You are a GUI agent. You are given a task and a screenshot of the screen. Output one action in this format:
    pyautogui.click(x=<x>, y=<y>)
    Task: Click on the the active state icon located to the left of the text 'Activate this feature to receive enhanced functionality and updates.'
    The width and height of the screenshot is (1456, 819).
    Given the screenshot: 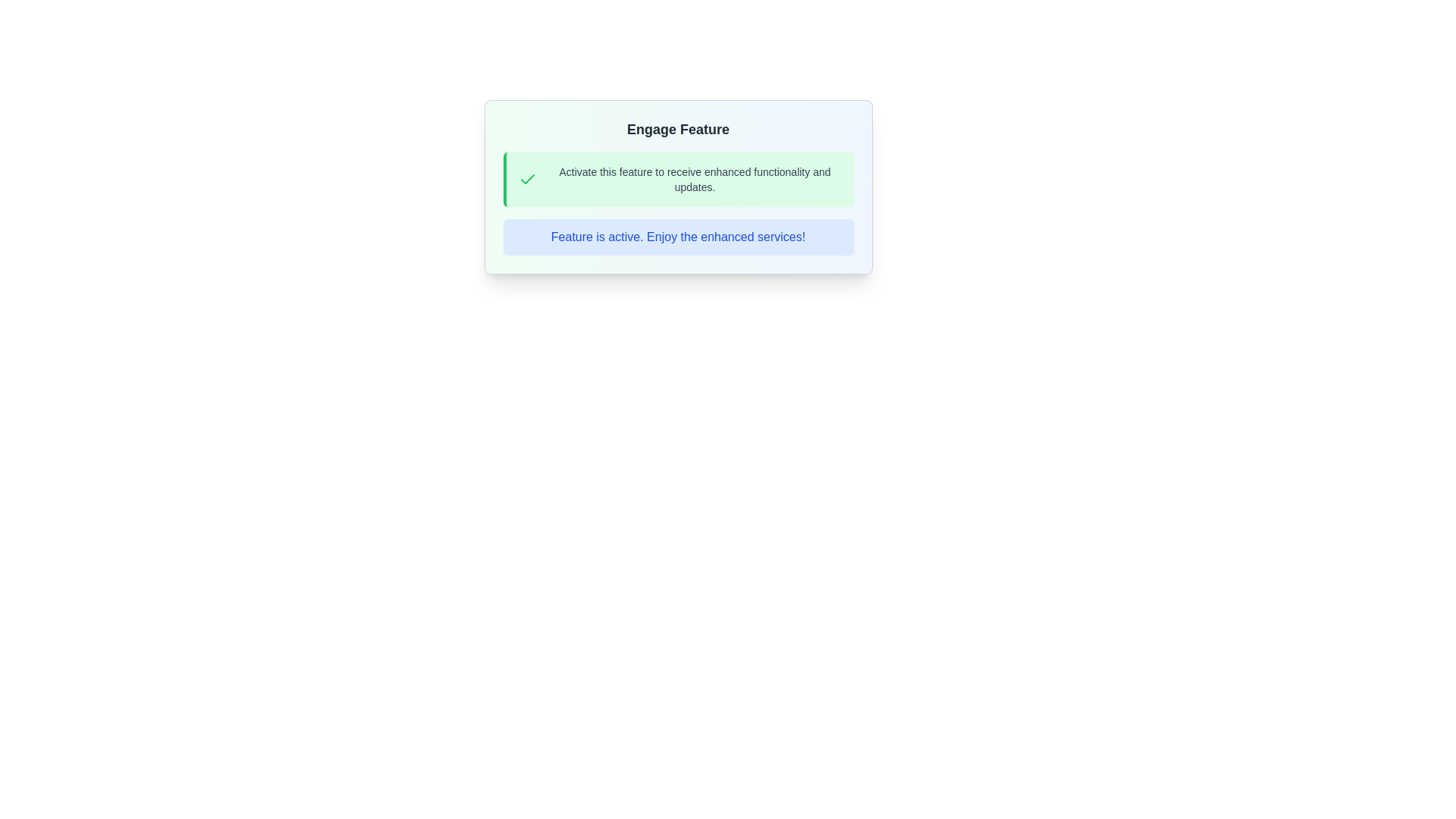 What is the action you would take?
    pyautogui.click(x=527, y=178)
    